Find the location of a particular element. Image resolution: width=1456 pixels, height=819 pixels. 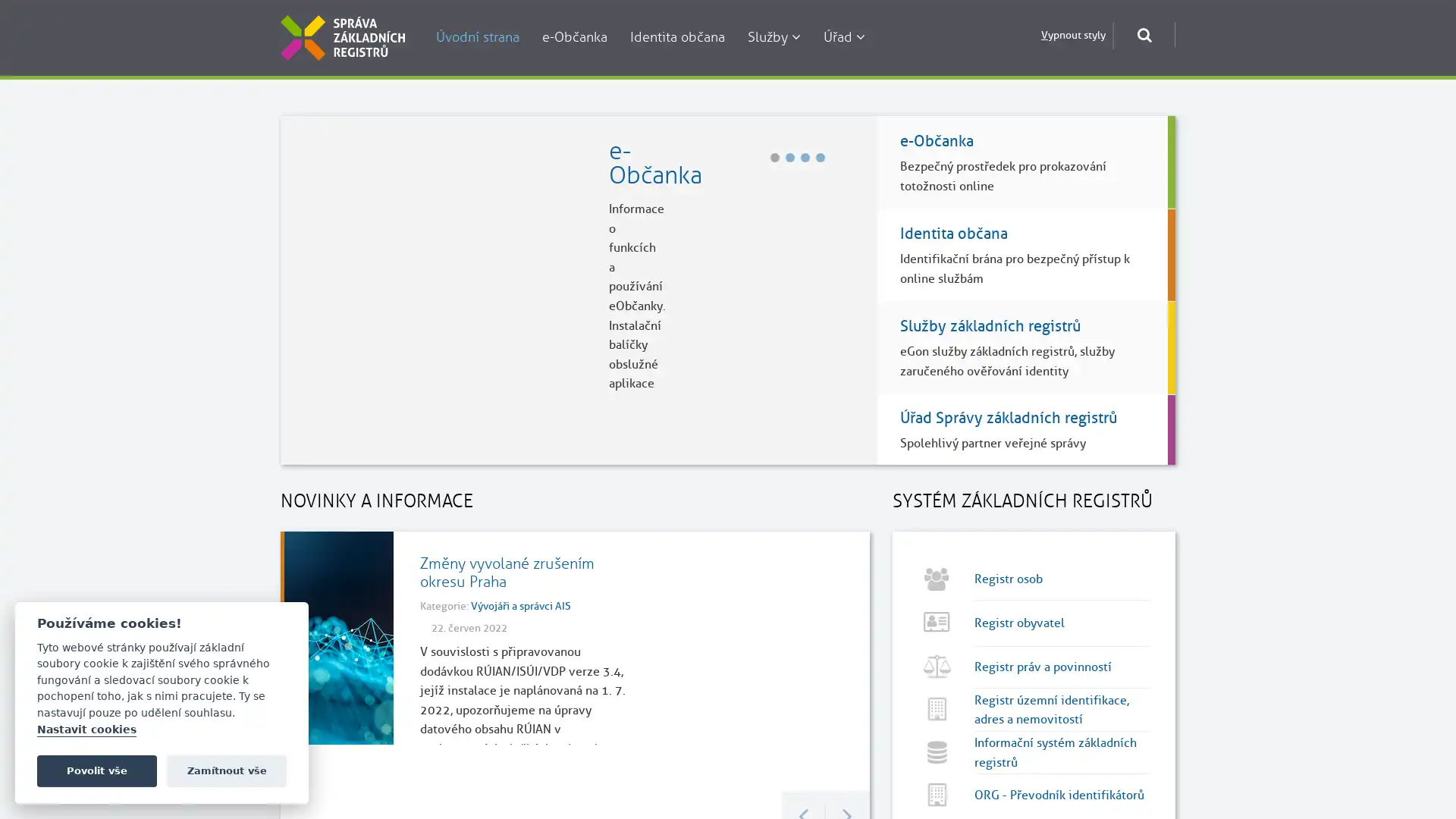

Povolit vse is located at coordinates (96, 770).